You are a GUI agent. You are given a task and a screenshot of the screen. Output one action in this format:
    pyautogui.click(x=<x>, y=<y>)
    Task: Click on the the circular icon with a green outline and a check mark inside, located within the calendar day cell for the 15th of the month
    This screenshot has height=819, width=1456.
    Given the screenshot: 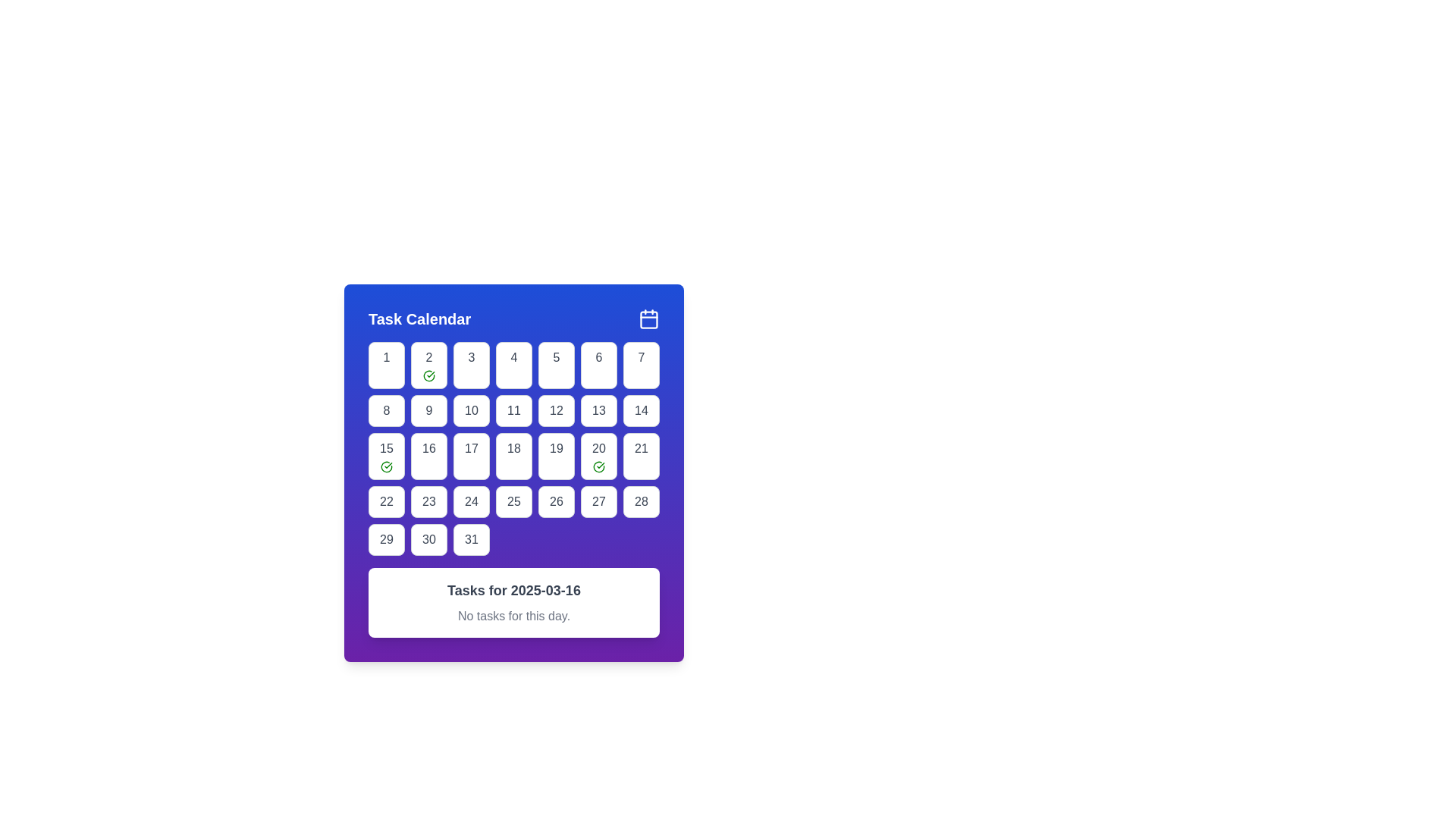 What is the action you would take?
    pyautogui.click(x=386, y=466)
    